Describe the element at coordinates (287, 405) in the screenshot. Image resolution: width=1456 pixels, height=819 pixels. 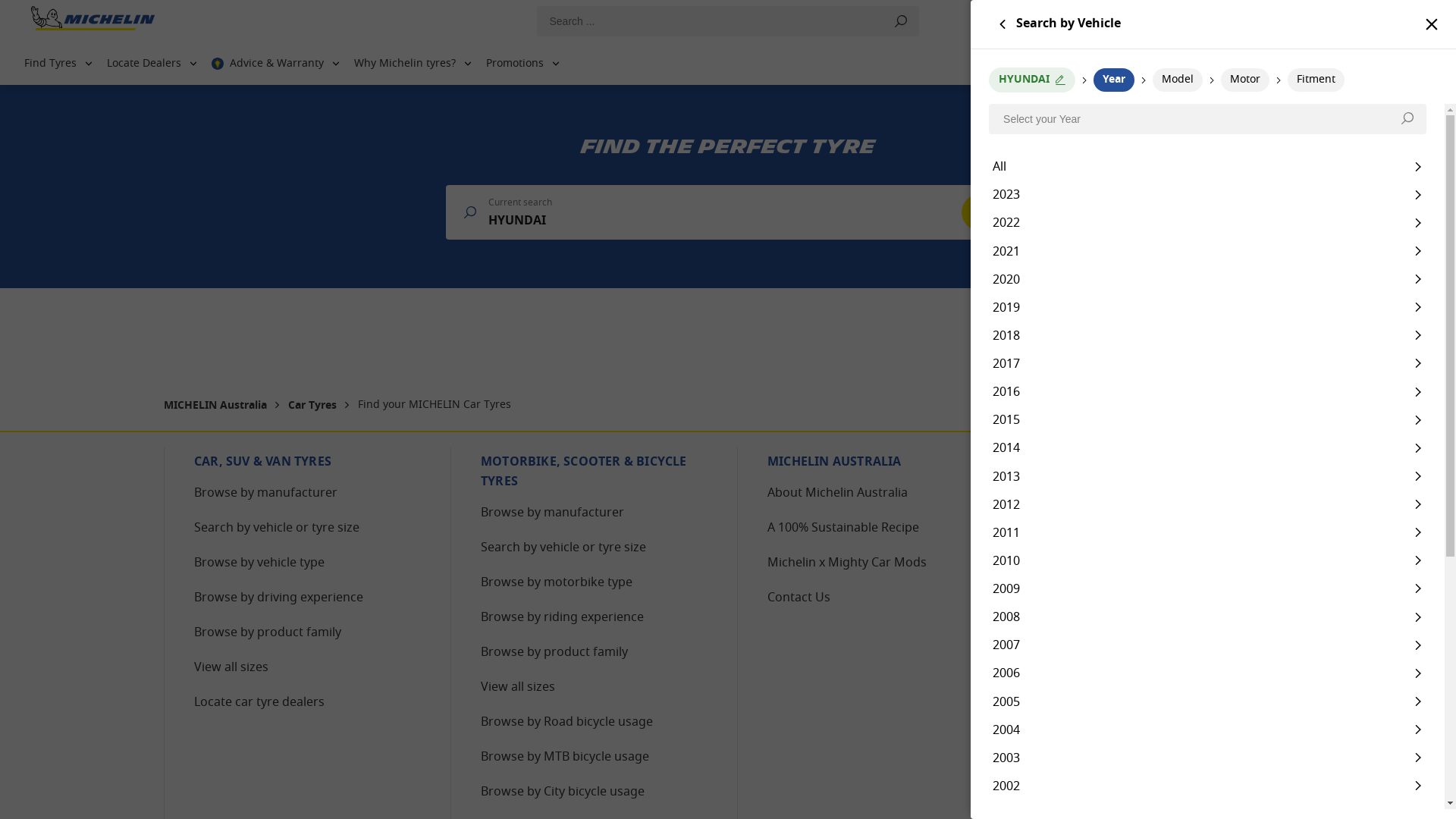
I see `'Car Tyres'` at that location.